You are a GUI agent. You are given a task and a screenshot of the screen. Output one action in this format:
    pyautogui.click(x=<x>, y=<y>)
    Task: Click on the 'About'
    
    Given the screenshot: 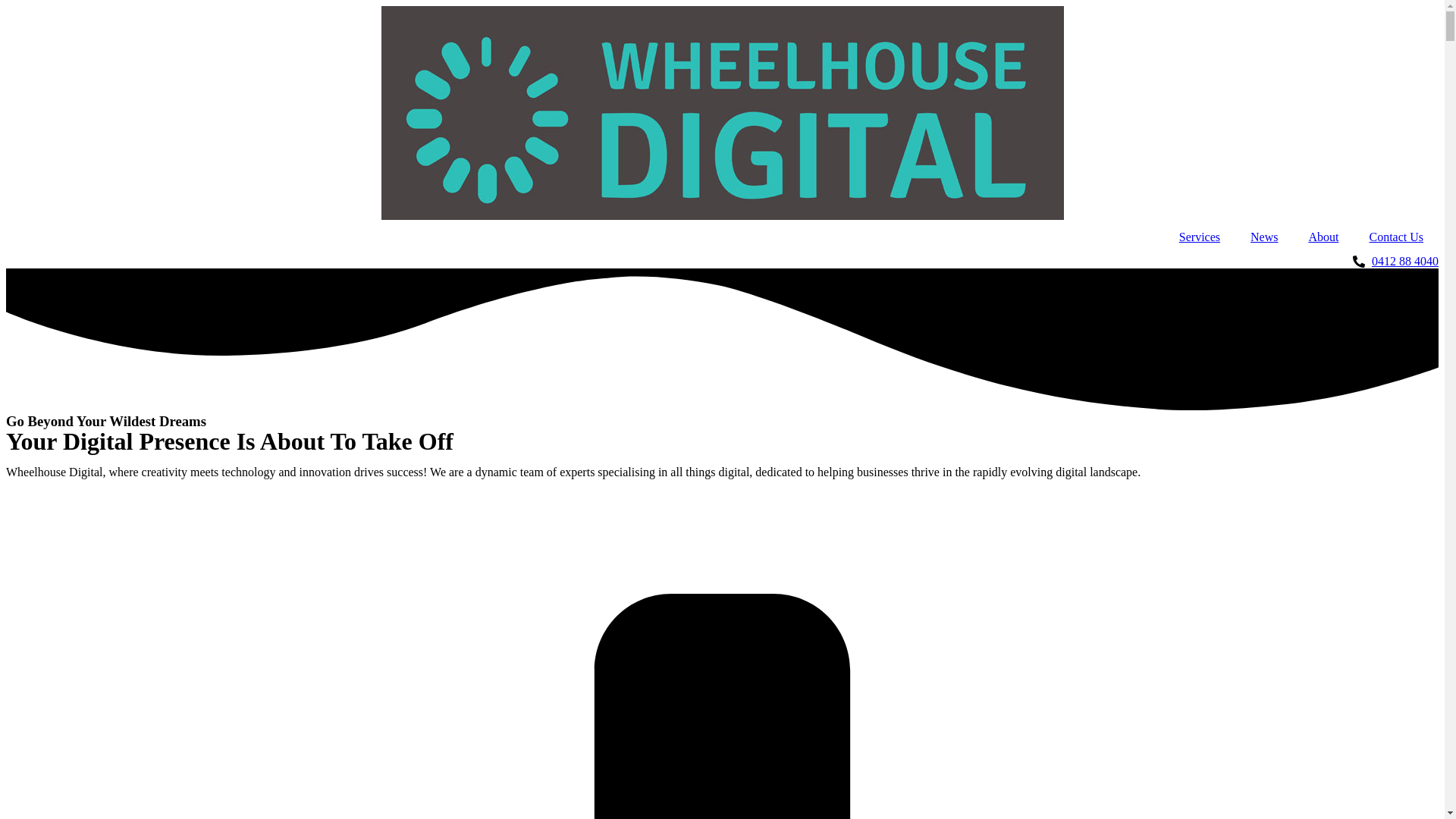 What is the action you would take?
    pyautogui.click(x=1323, y=237)
    